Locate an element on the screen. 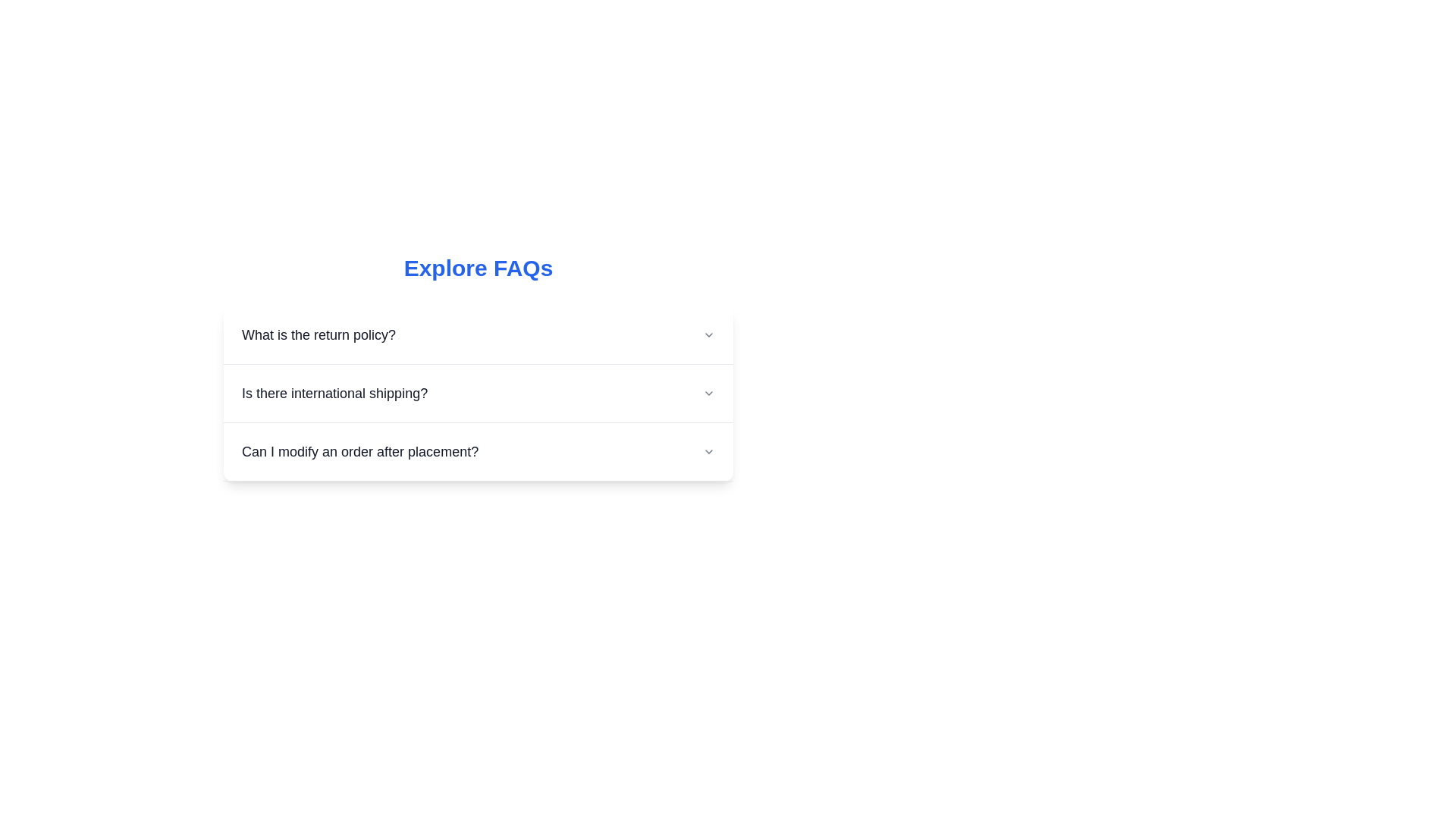  the downward-pointing chevron icon located to the right of the text 'Is there international shipping?' is located at coordinates (708, 393).